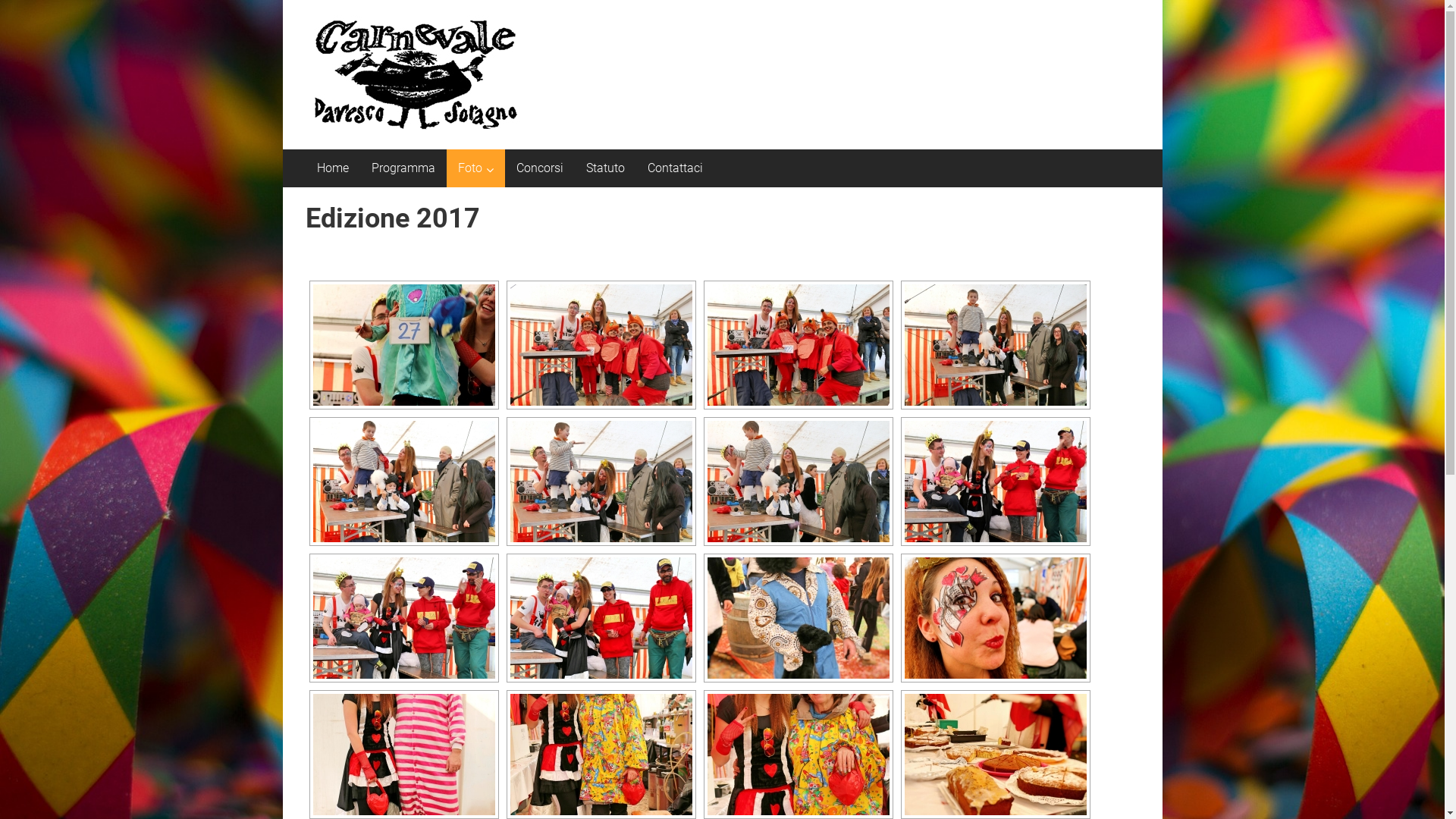  What do you see at coordinates (538, 168) in the screenshot?
I see `'Concorsi'` at bounding box center [538, 168].